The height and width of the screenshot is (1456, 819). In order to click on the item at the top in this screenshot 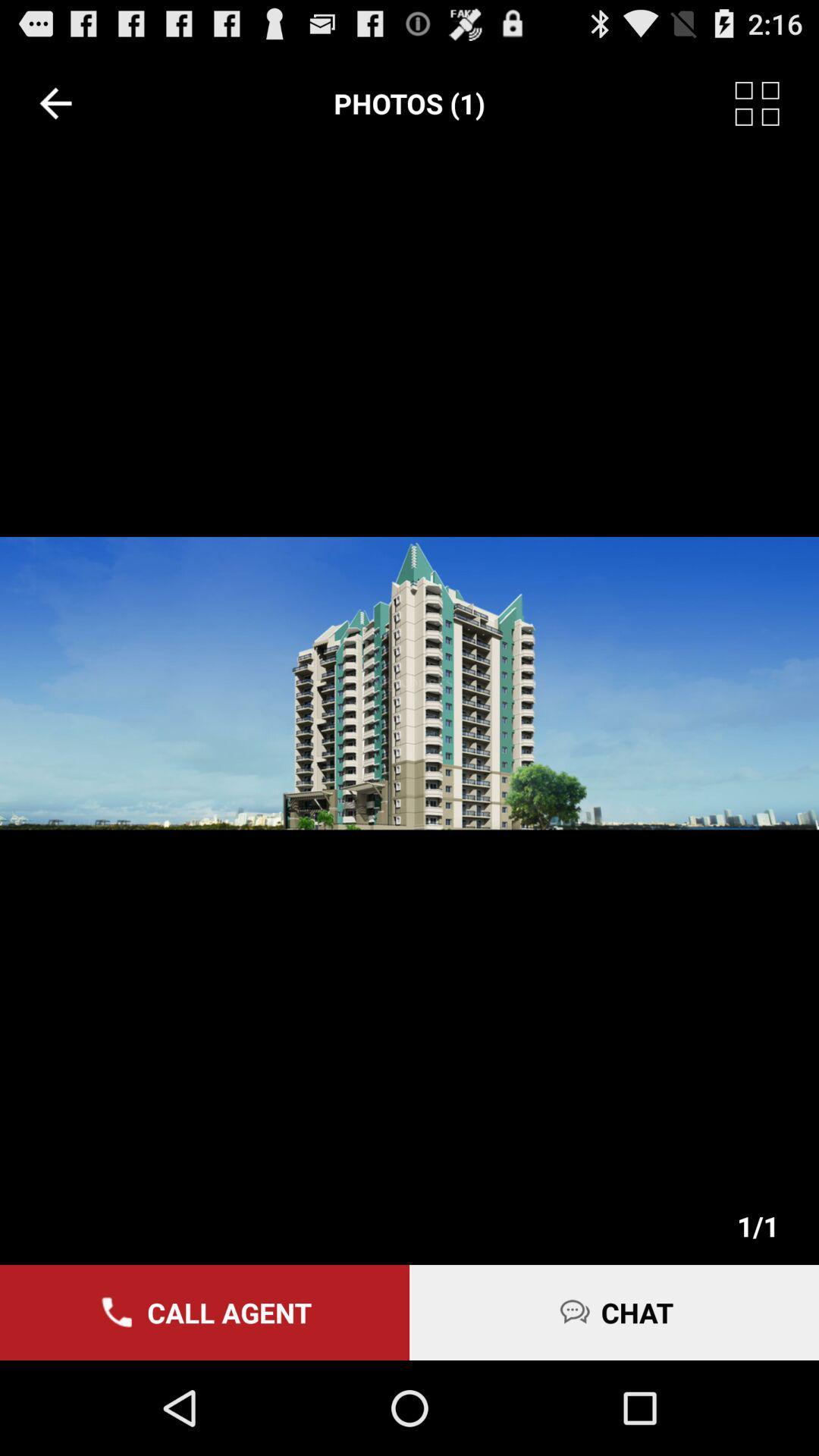, I will do `click(409, 102)`.